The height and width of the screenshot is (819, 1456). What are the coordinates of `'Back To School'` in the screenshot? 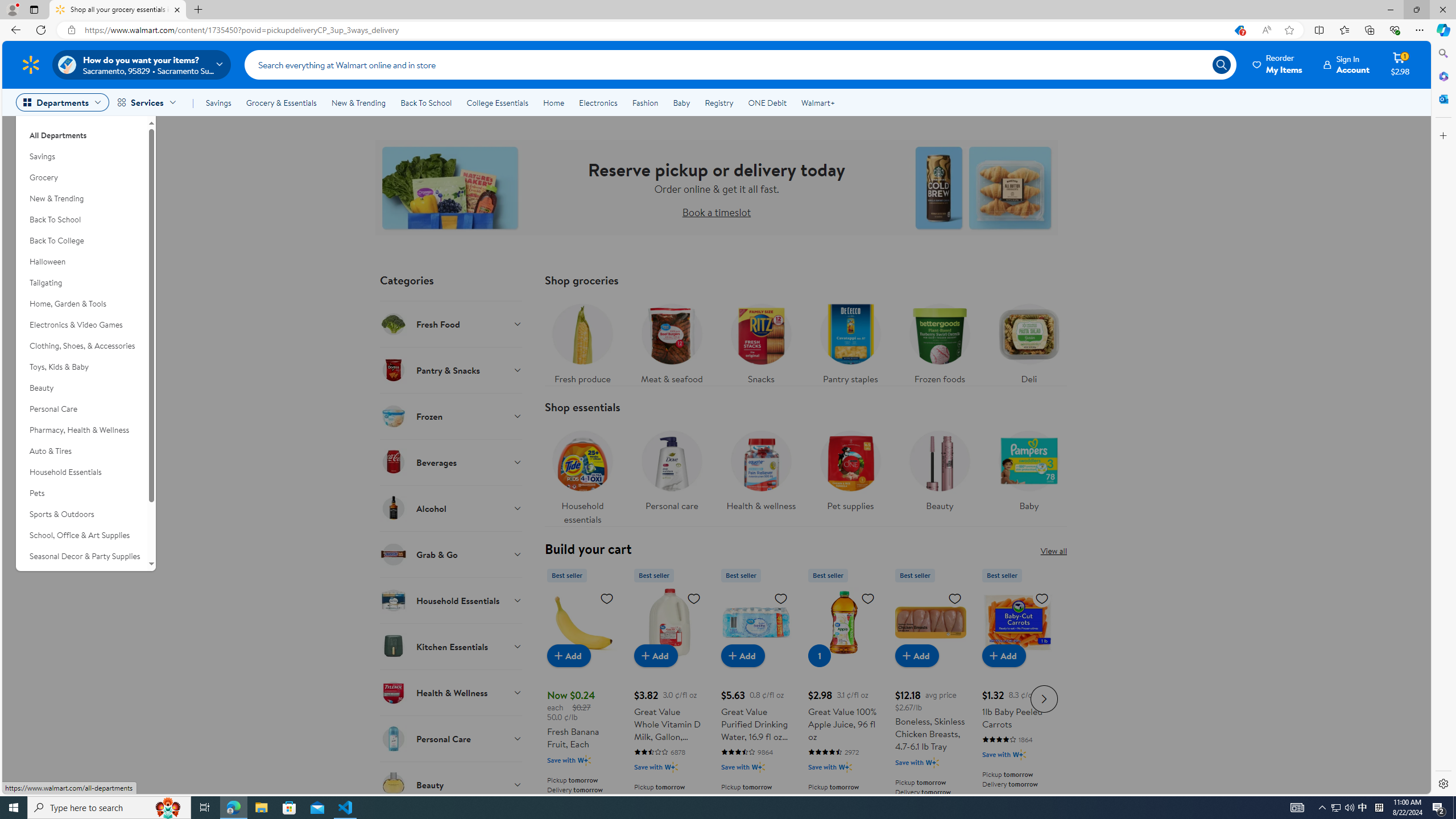 It's located at (425, 102).